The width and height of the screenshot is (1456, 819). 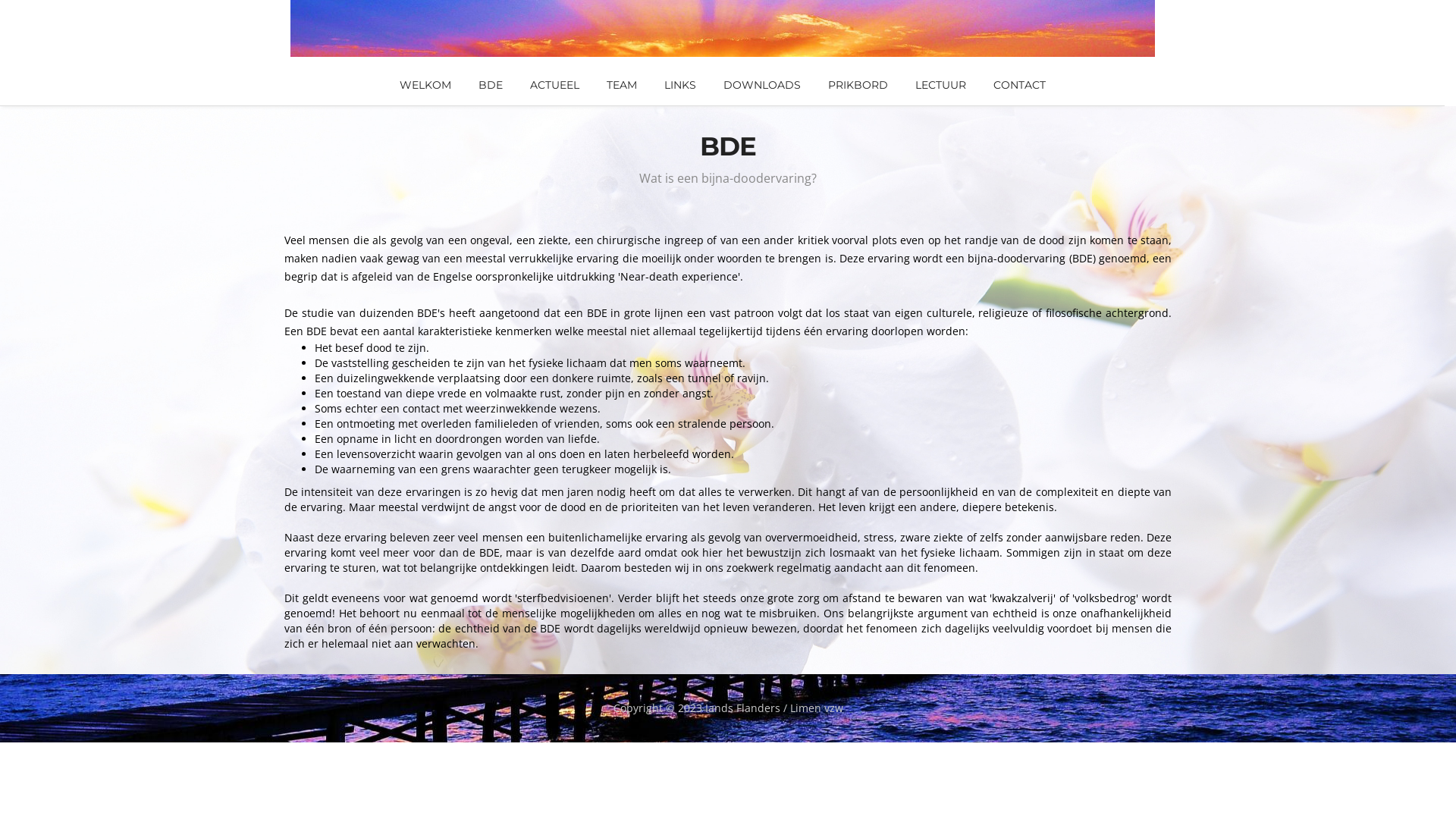 I want to click on 'TEAM', so click(x=622, y=84).